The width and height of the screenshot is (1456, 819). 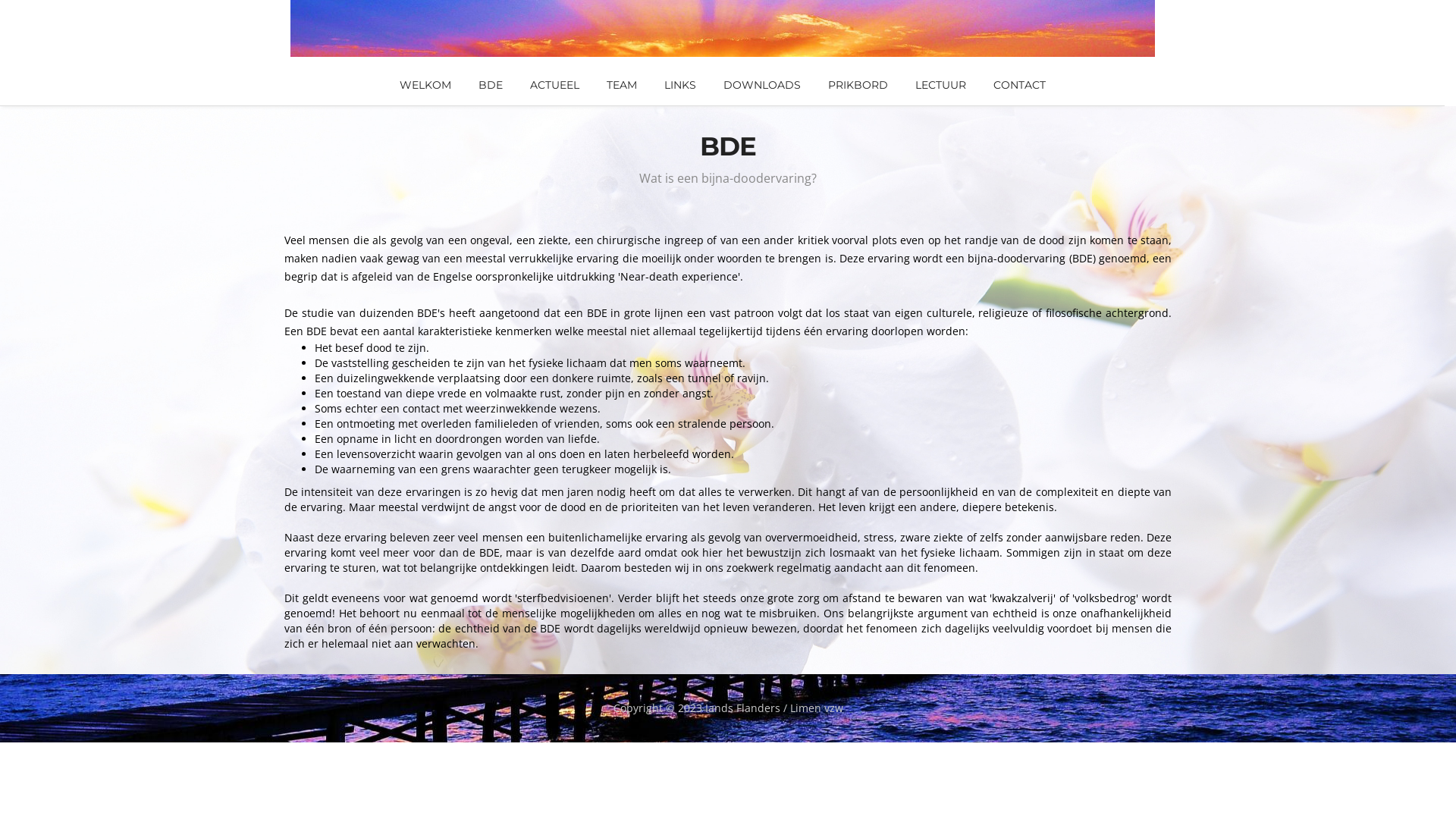 I want to click on 'TEAM', so click(x=622, y=84).